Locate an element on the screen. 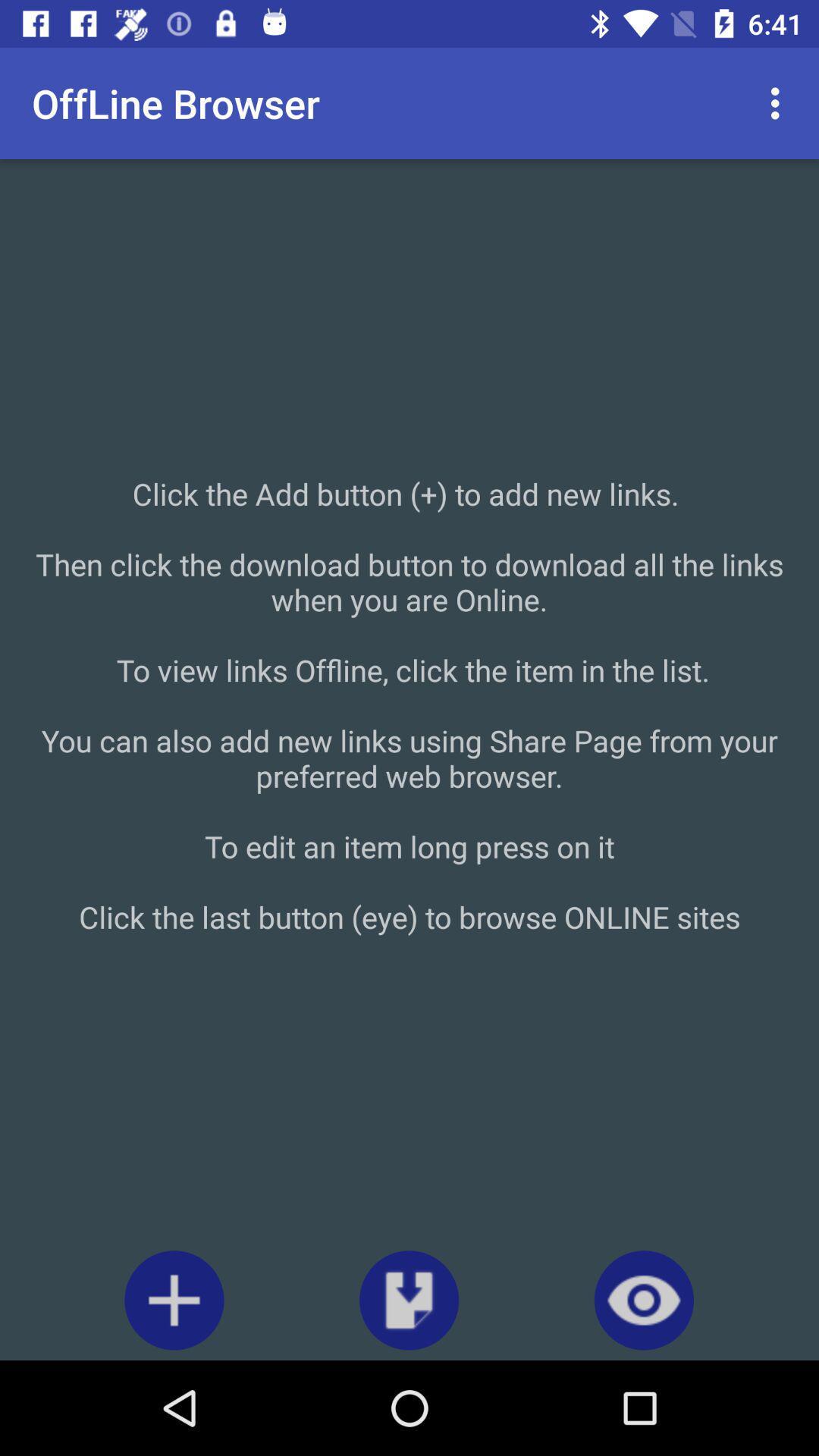 The image size is (819, 1456). the app next to offline browser icon is located at coordinates (779, 102).